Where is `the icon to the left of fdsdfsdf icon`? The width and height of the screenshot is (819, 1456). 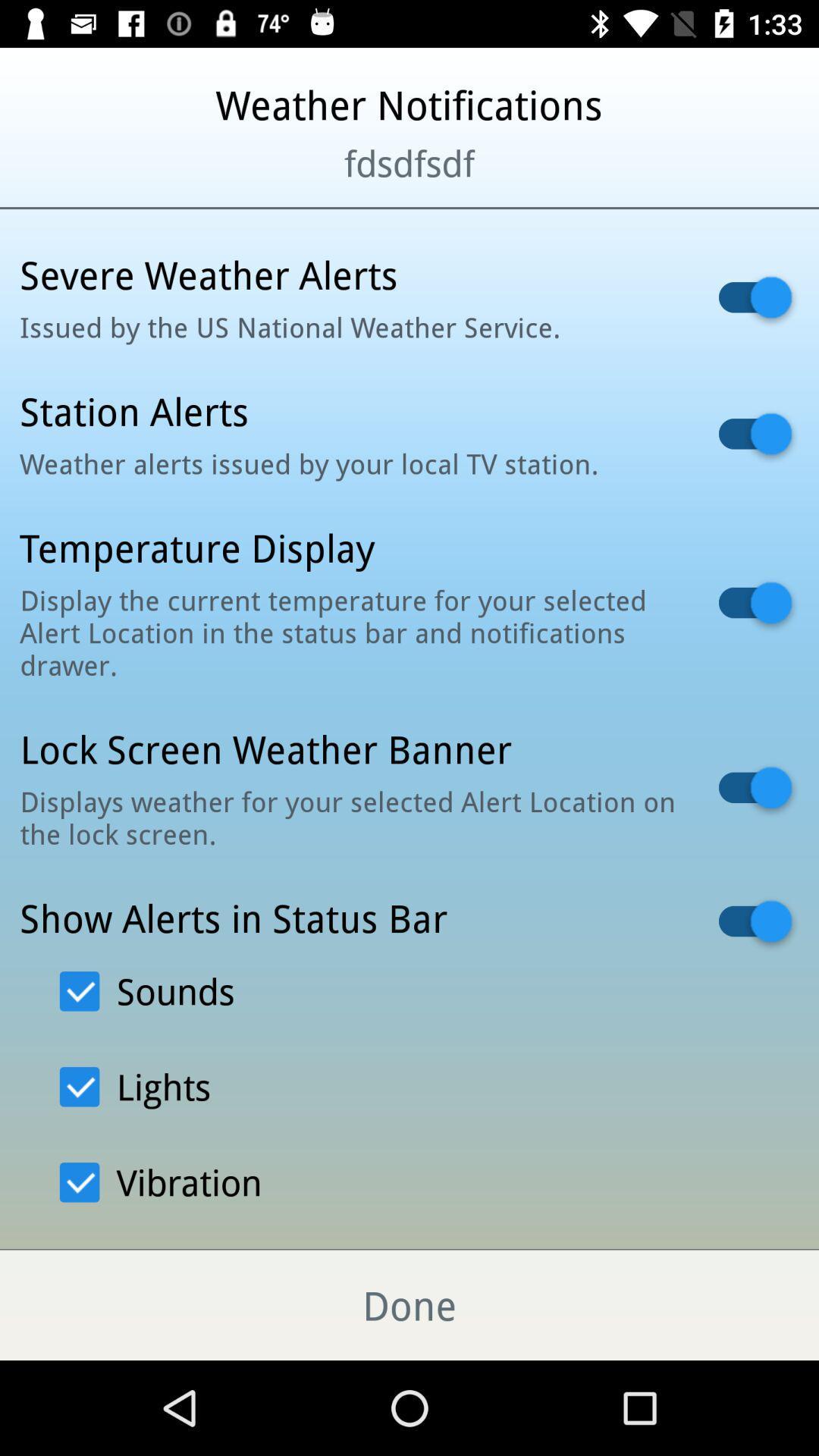
the icon to the left of fdsdfsdf icon is located at coordinates (99, 182).